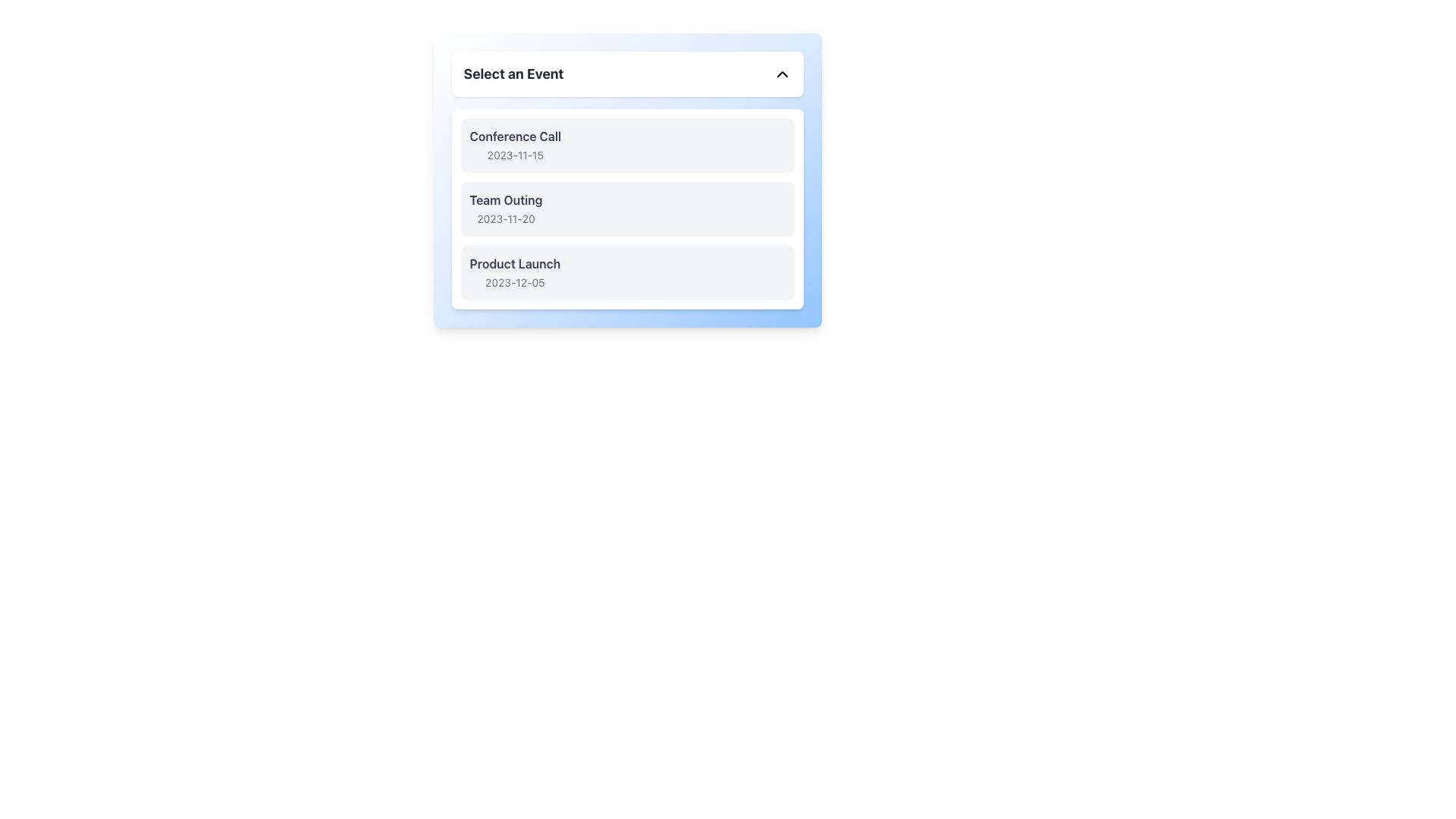 The height and width of the screenshot is (819, 1456). Describe the element at coordinates (627, 209) in the screenshot. I see `the second card in the list representing the event titled 'Team Outing' scheduled for '2023-11-20'` at that location.